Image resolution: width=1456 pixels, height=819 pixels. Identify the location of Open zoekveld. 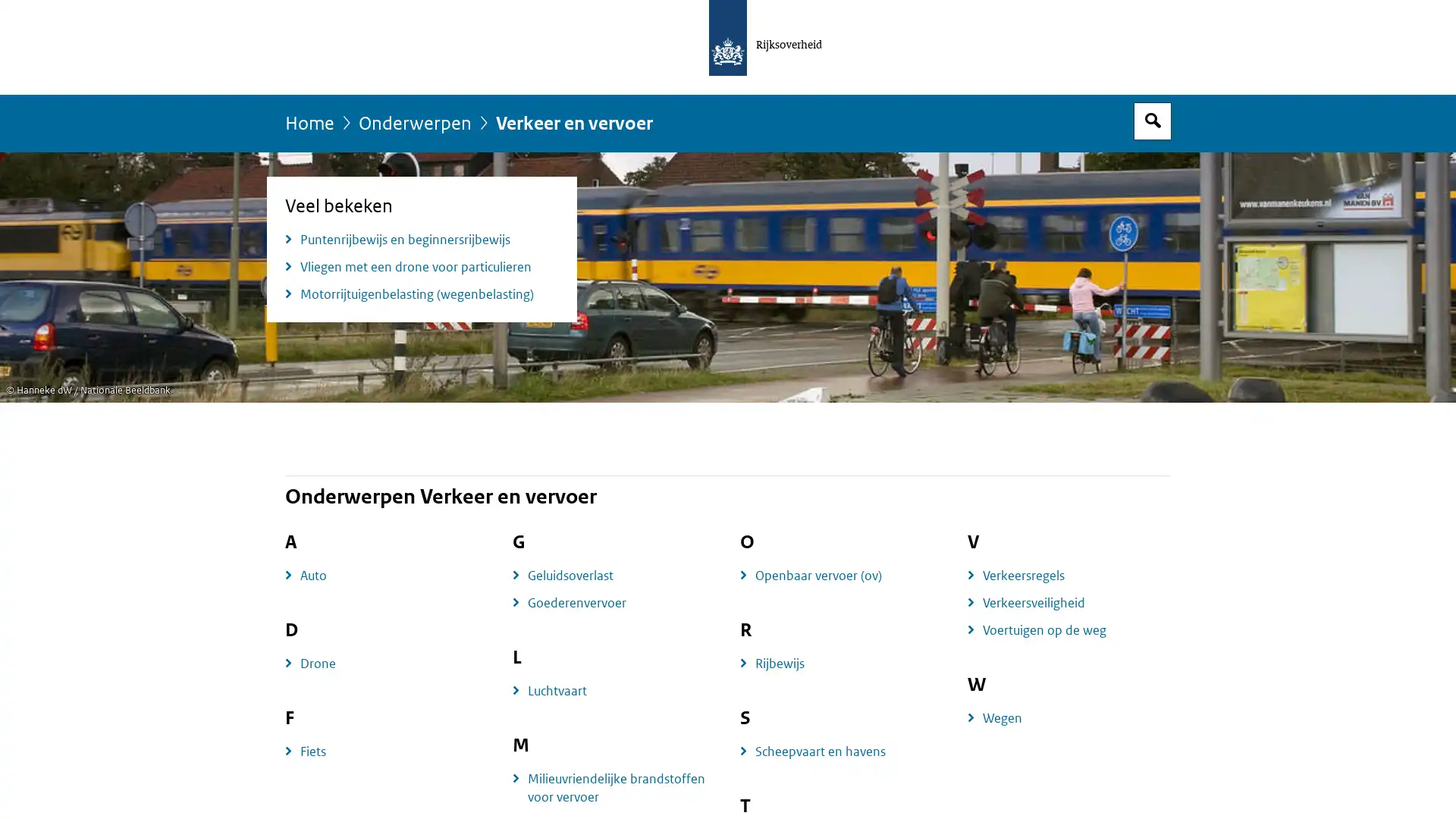
(1153, 120).